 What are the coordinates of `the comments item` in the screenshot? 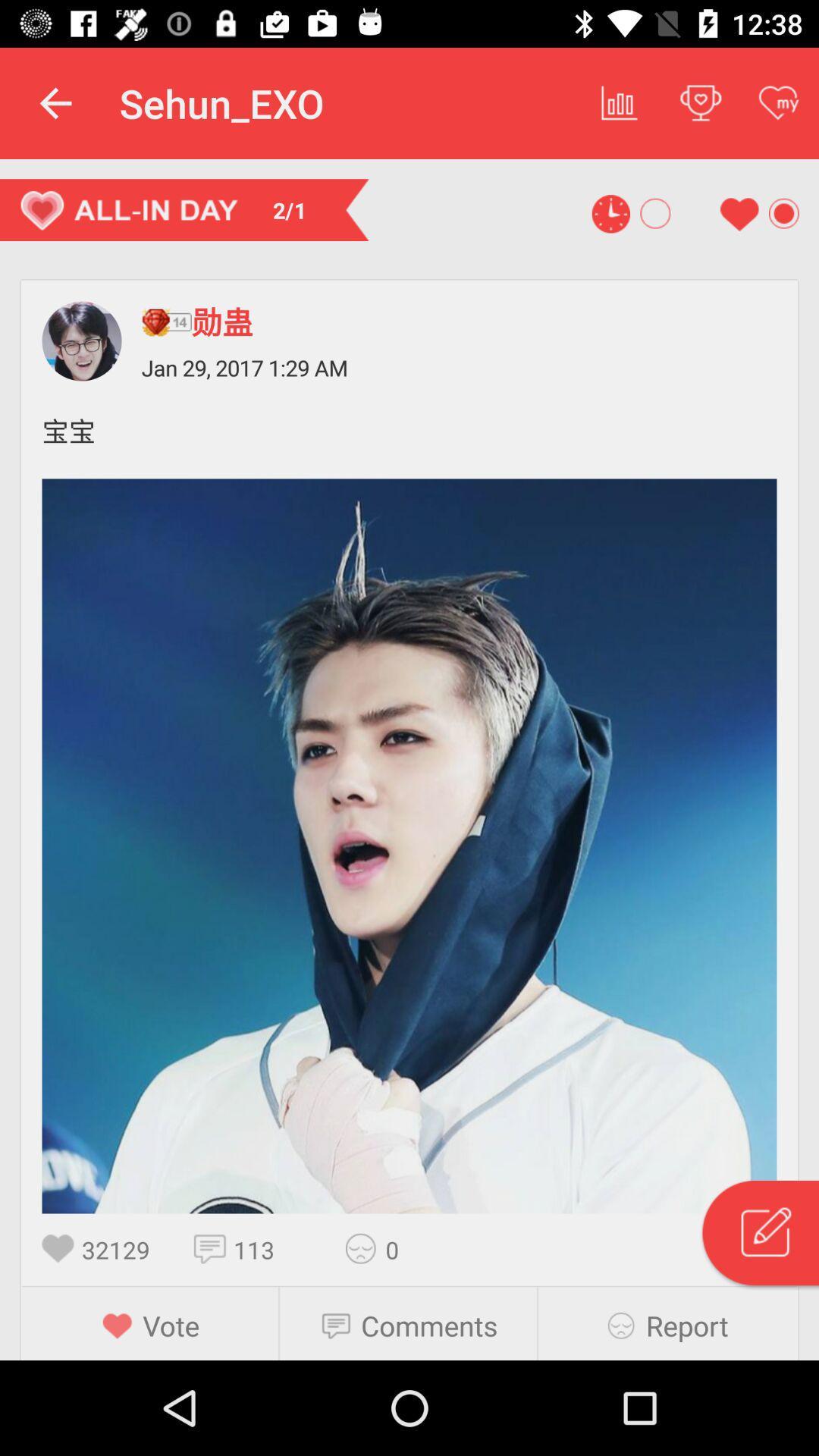 It's located at (429, 1325).